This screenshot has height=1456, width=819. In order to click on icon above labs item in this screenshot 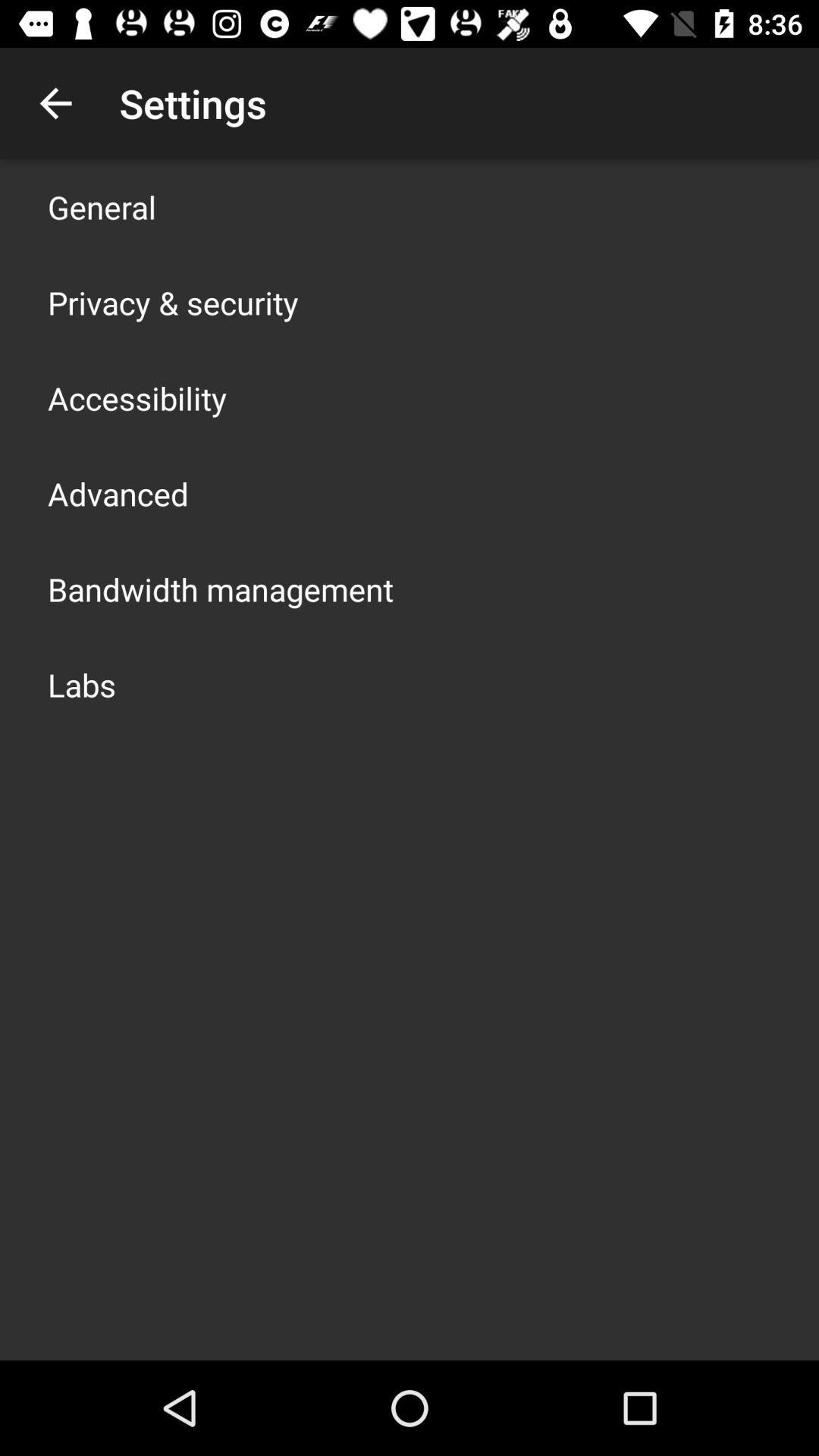, I will do `click(220, 588)`.